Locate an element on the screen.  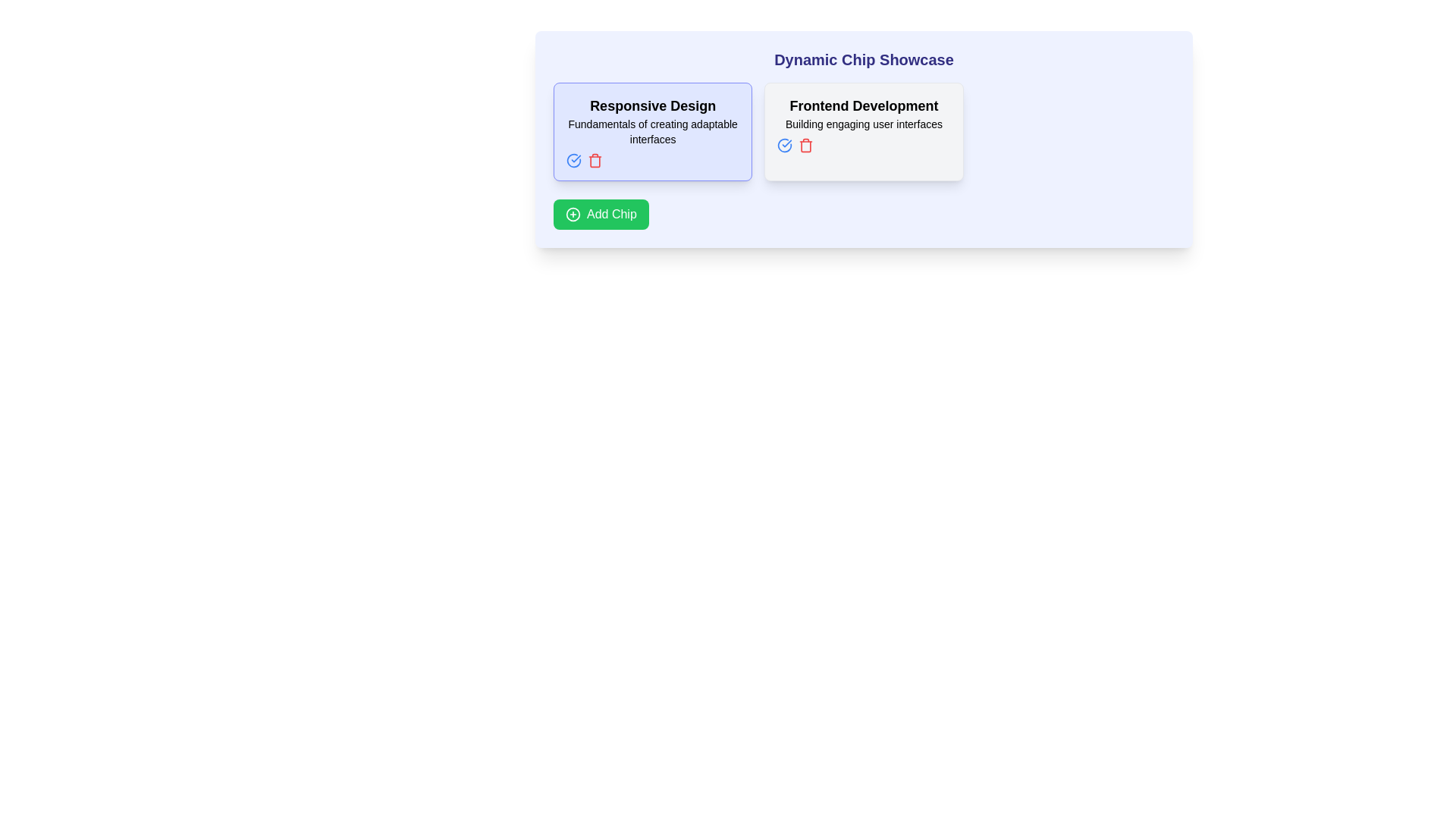
the icon button located at the top-left area of the 'Responsive Design' card is located at coordinates (573, 161).